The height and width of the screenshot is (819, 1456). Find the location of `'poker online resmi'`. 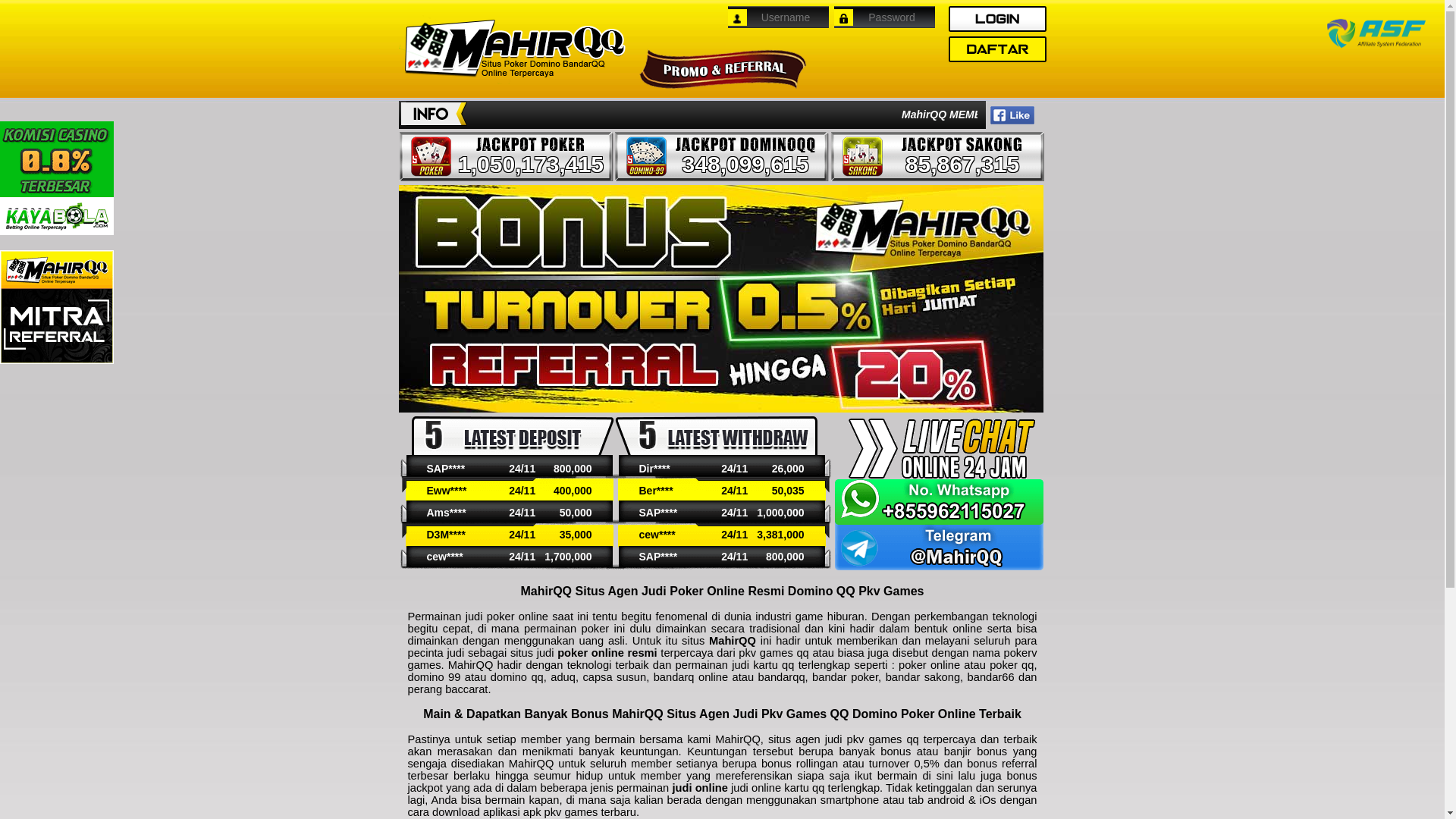

'poker online resmi' is located at coordinates (607, 651).